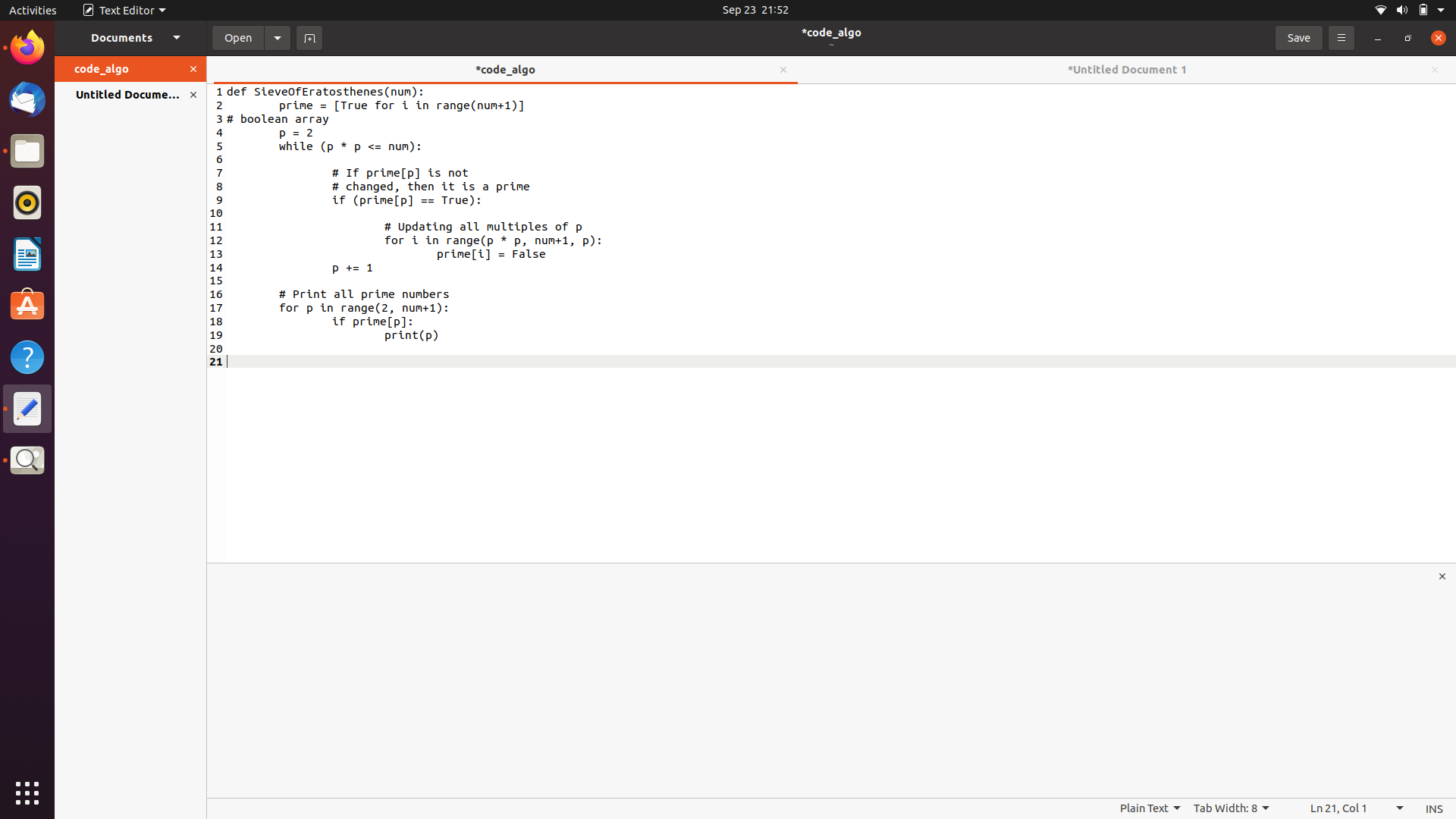  What do you see at coordinates (119, 94) in the screenshot?
I see `the untitled document button from the sidebar` at bounding box center [119, 94].